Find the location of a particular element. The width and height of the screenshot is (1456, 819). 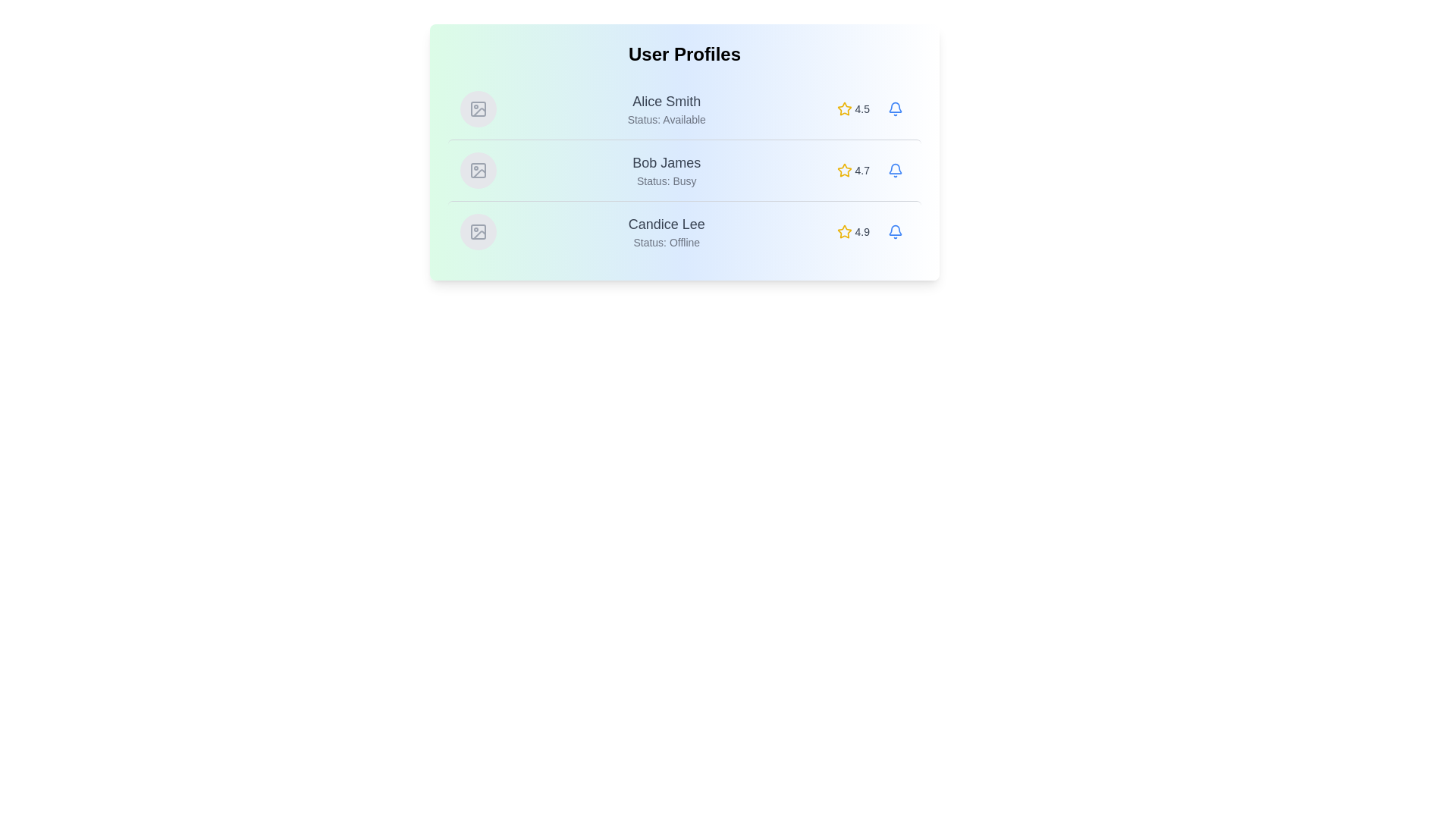

notification bell for the user Bob James is located at coordinates (895, 170).